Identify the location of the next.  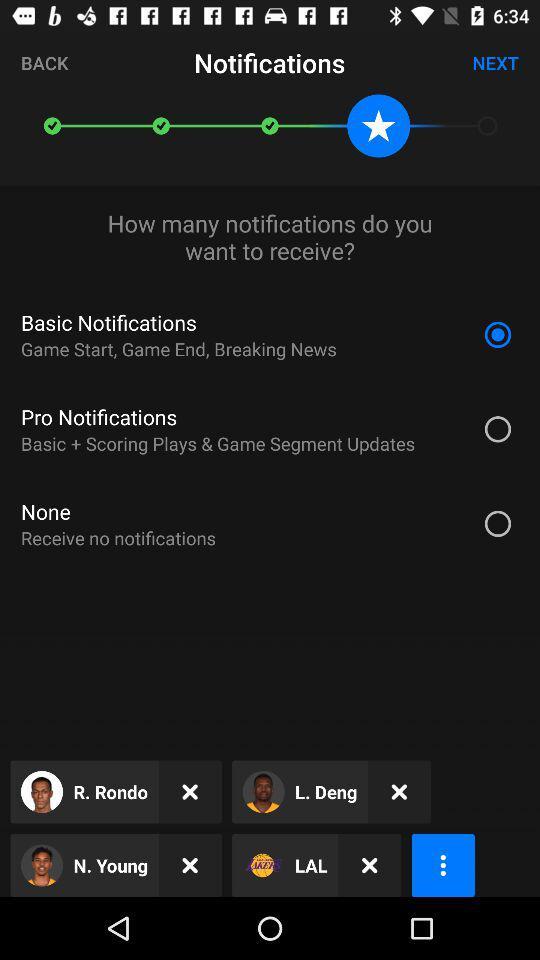
(494, 62).